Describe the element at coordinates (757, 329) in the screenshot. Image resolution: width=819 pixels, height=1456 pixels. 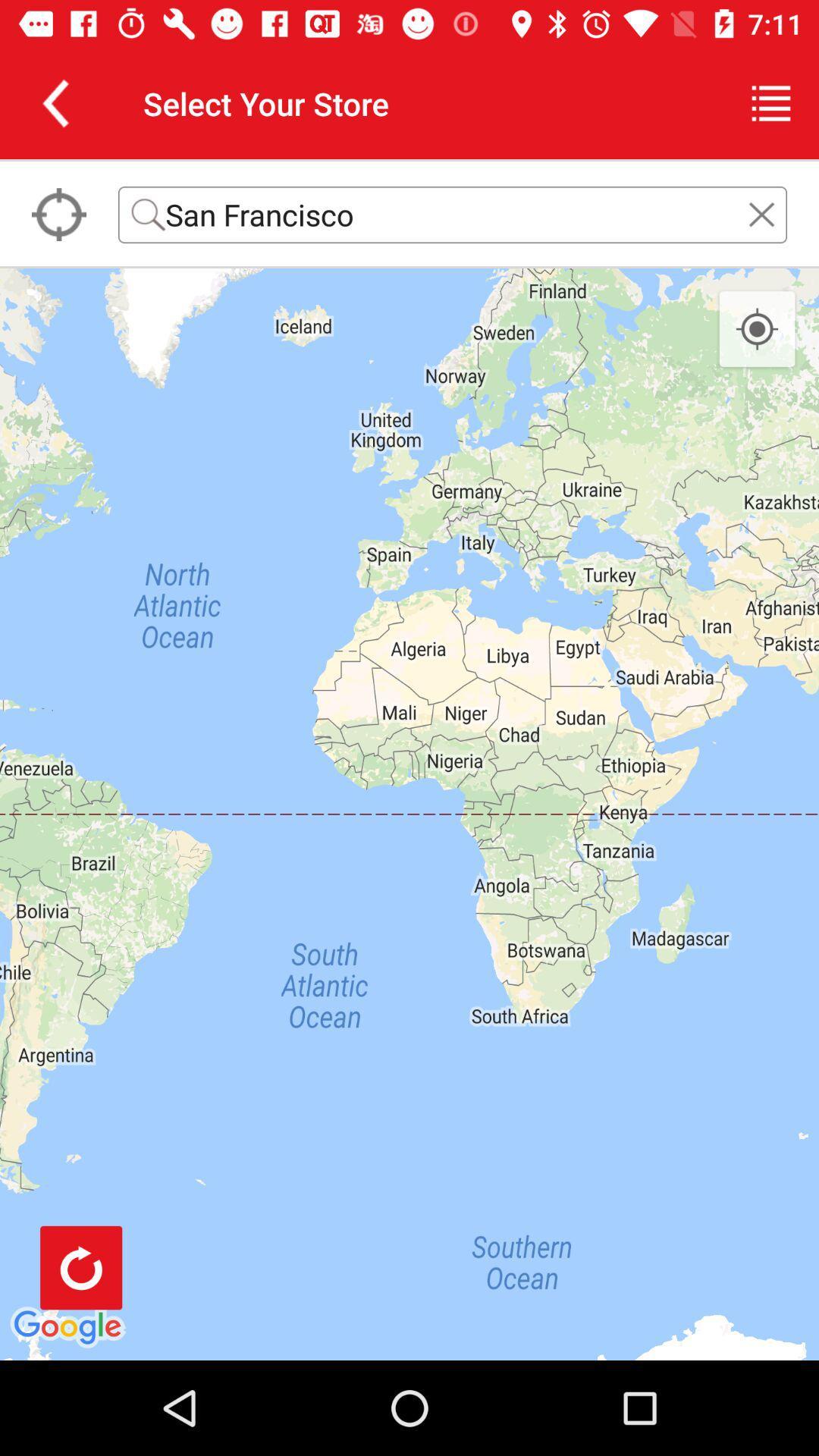
I see `the location_crosshair icon` at that location.